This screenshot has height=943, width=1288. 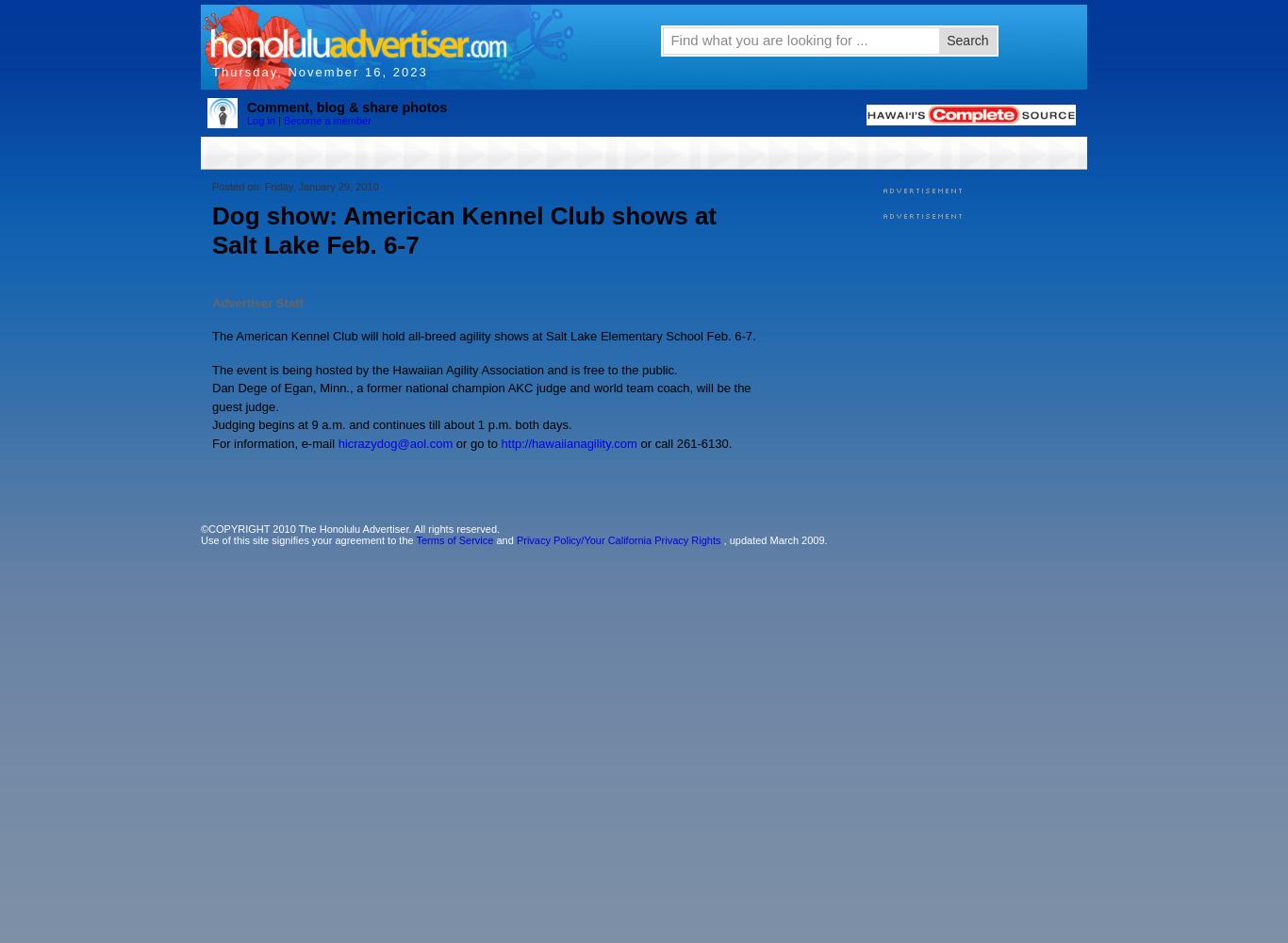 What do you see at coordinates (464, 229) in the screenshot?
I see `'Dog show: American Kennel Club shows at Salt Lake Feb. 6-7'` at bounding box center [464, 229].